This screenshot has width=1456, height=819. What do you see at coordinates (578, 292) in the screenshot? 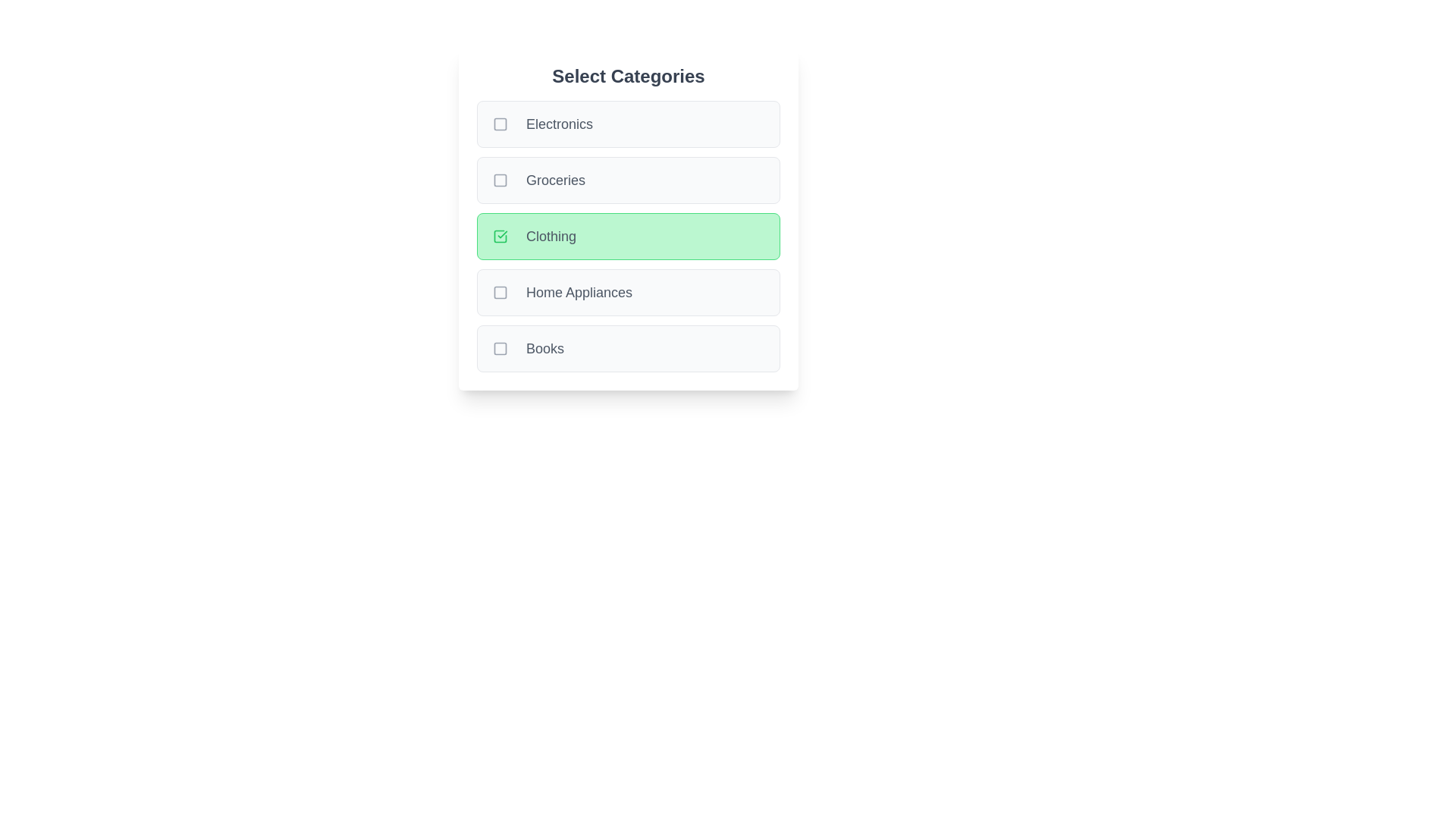
I see `the text label of the category Home Appliances to toggle its selection` at bounding box center [578, 292].